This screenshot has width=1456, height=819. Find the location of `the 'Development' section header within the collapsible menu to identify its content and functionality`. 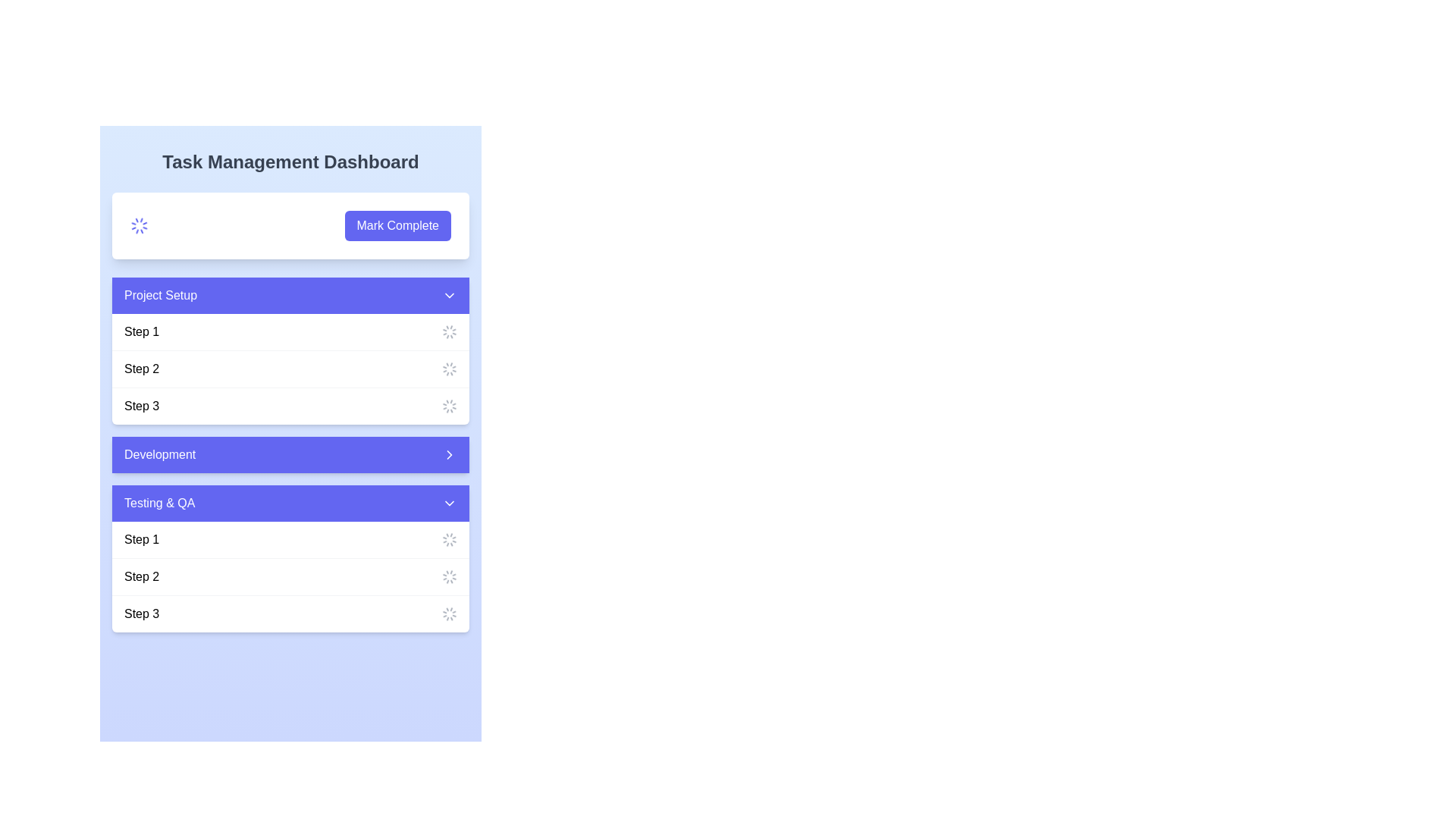

the 'Development' section header within the collapsible menu to identify its content and functionality is located at coordinates (160, 454).